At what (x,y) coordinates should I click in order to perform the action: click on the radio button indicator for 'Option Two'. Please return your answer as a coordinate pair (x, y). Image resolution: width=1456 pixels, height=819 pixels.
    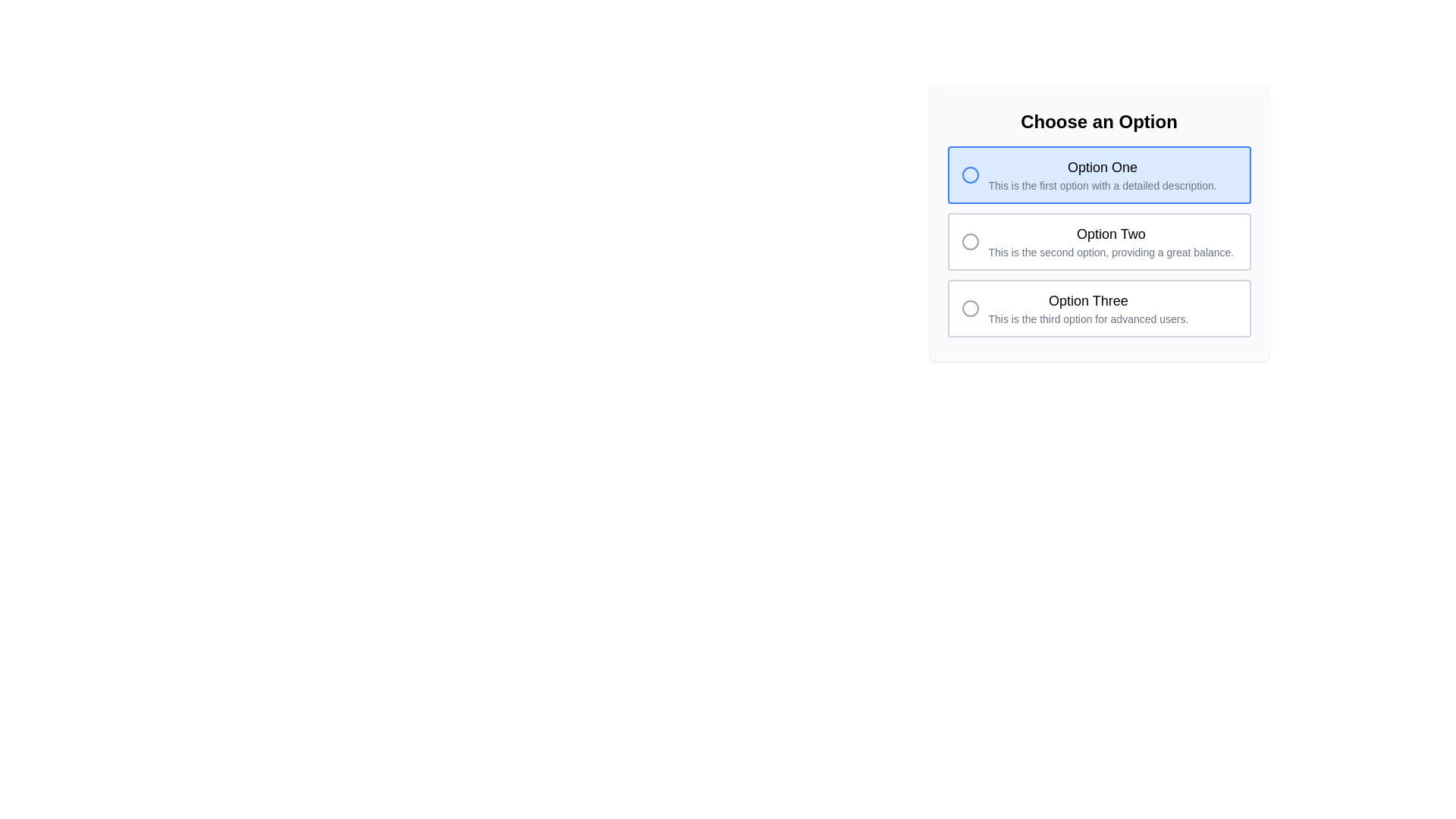
    Looking at the image, I should click on (969, 241).